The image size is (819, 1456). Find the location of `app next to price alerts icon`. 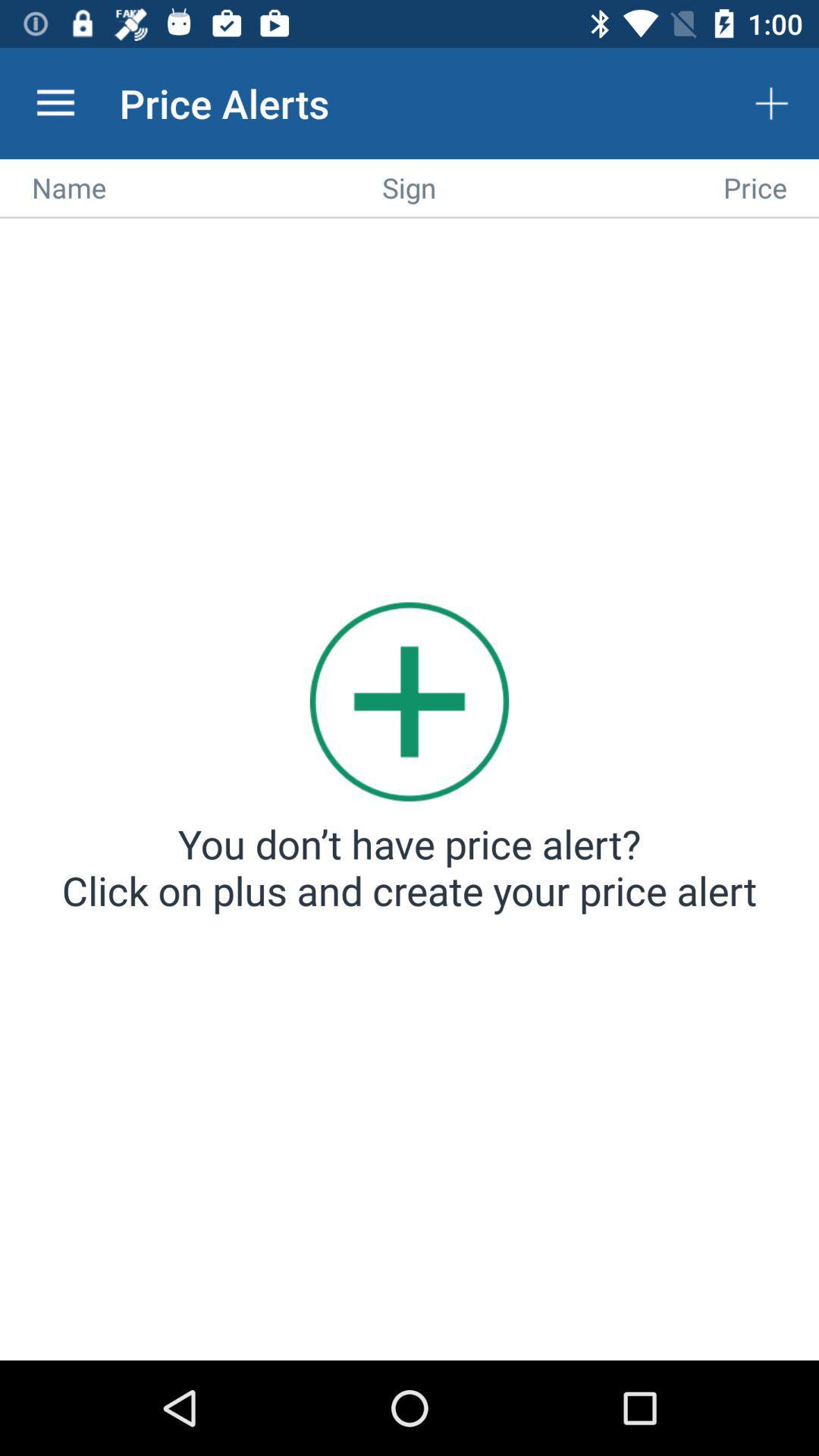

app next to price alerts icon is located at coordinates (55, 102).